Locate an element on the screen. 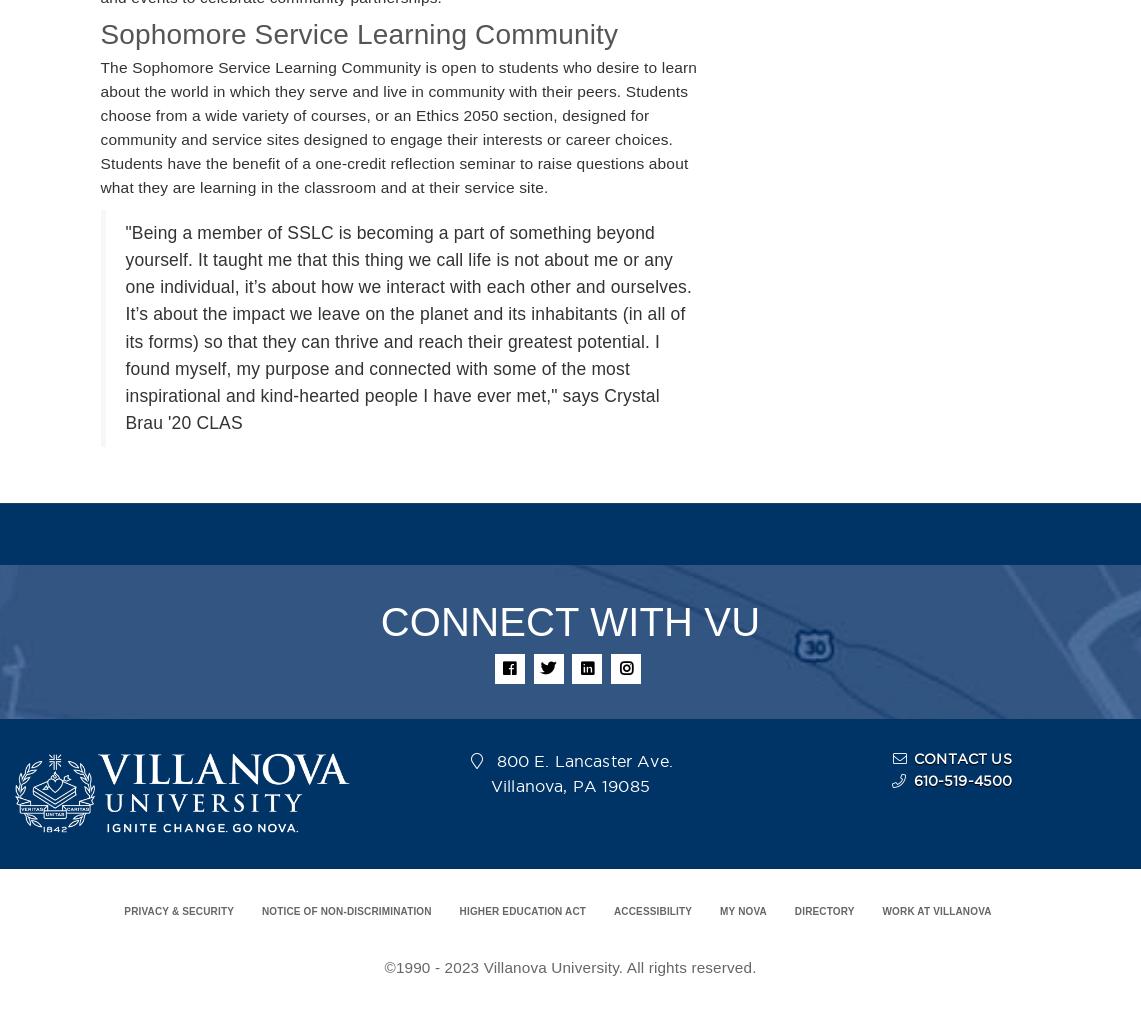  'The Sophomore Service Learning Community is open to students who desire to learn about the world in which they serve and live in community with their peers. Students choose from a wide variety of courses, or an Ethics 2050 section, designed for community and service sites designed to engage their interests or career choices. Students have the benefit of a one-credit reflection seminar to raise questions about what they are learning in the classroom and at their service site.' is located at coordinates (398, 127).